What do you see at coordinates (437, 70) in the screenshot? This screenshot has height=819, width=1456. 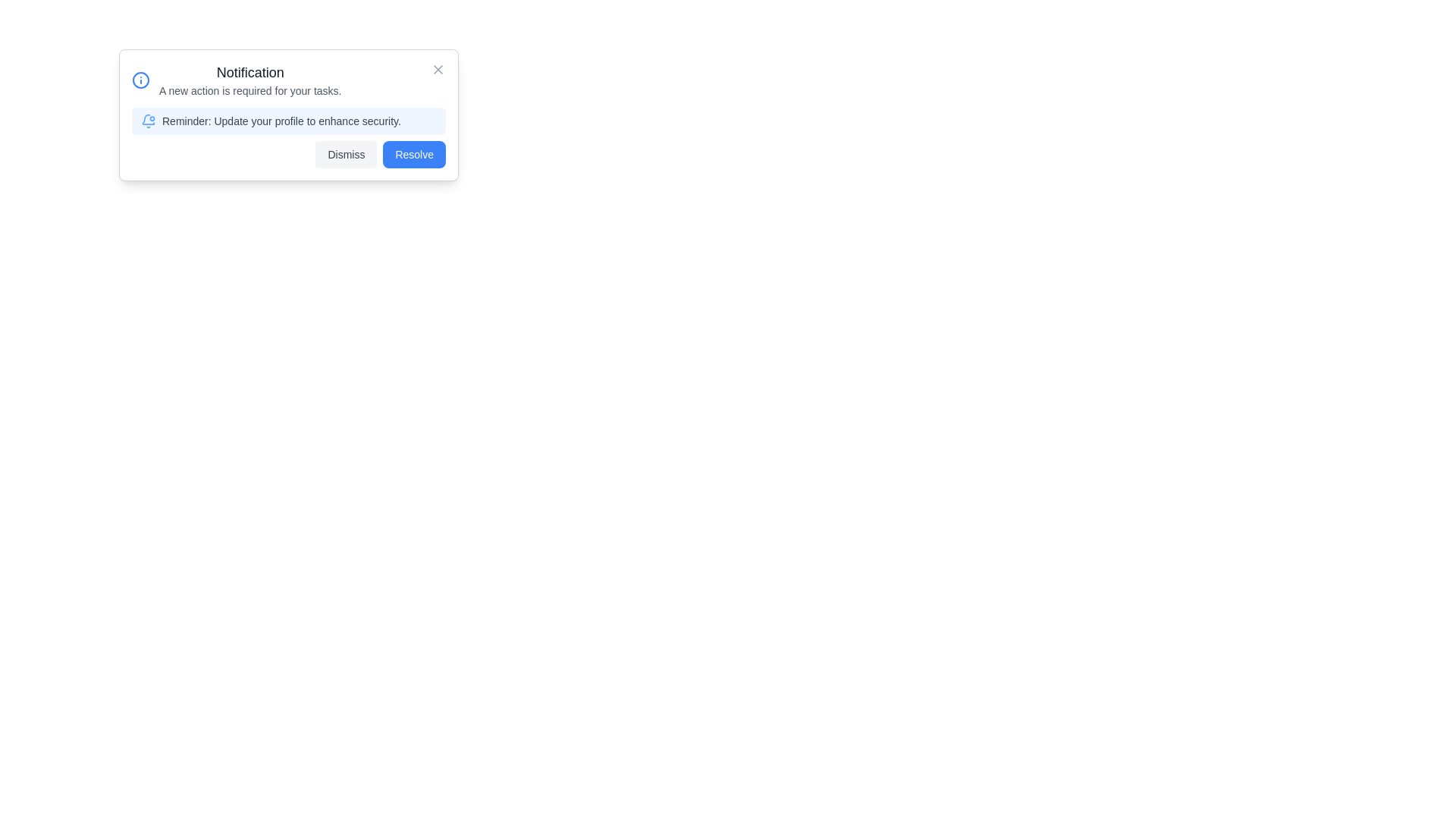 I see `the close button located in the top-right corner of the notification card` at bounding box center [437, 70].